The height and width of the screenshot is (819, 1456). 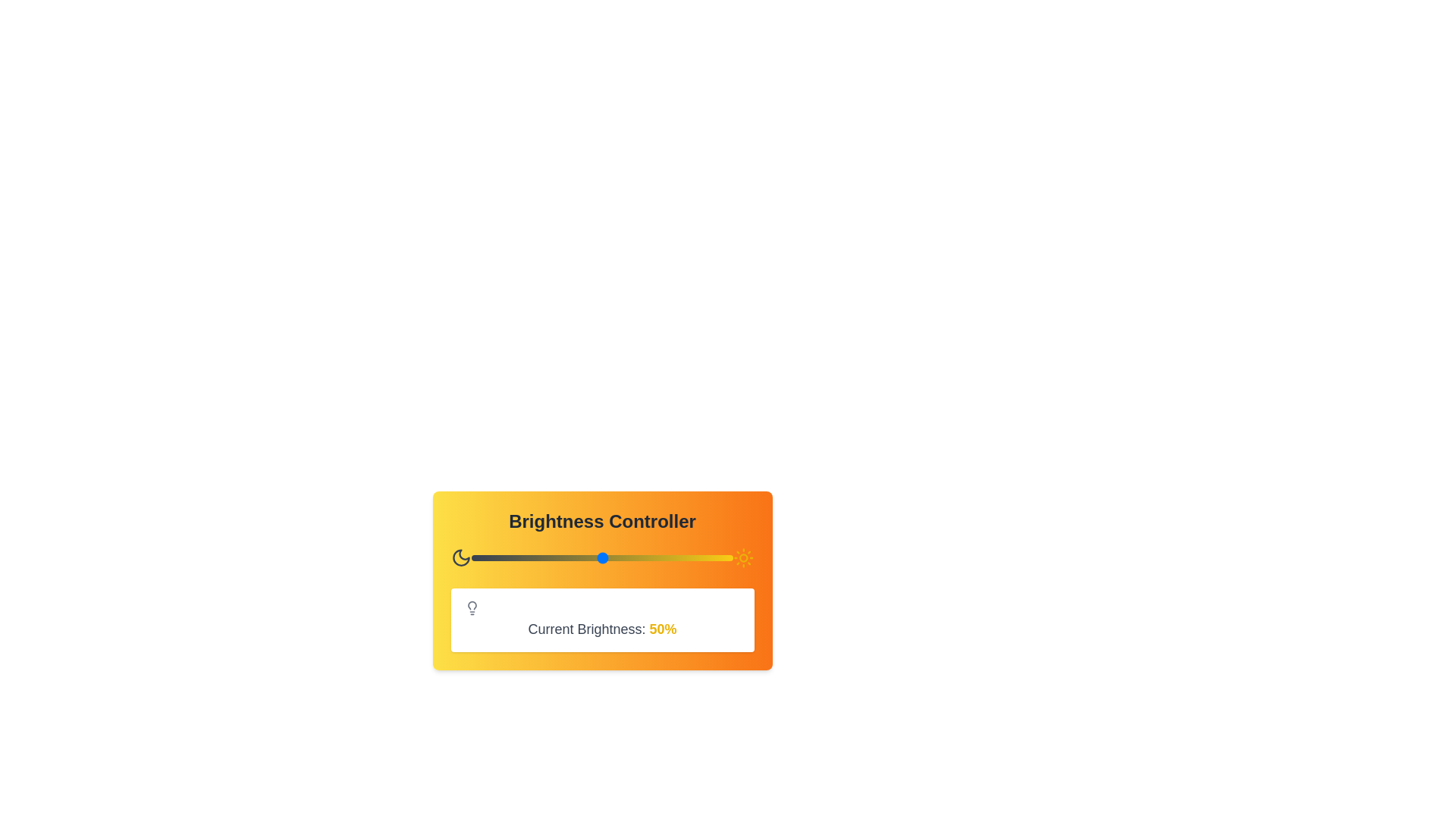 What do you see at coordinates (508, 558) in the screenshot?
I see `the brightness level to 14% by interacting with the slider` at bounding box center [508, 558].